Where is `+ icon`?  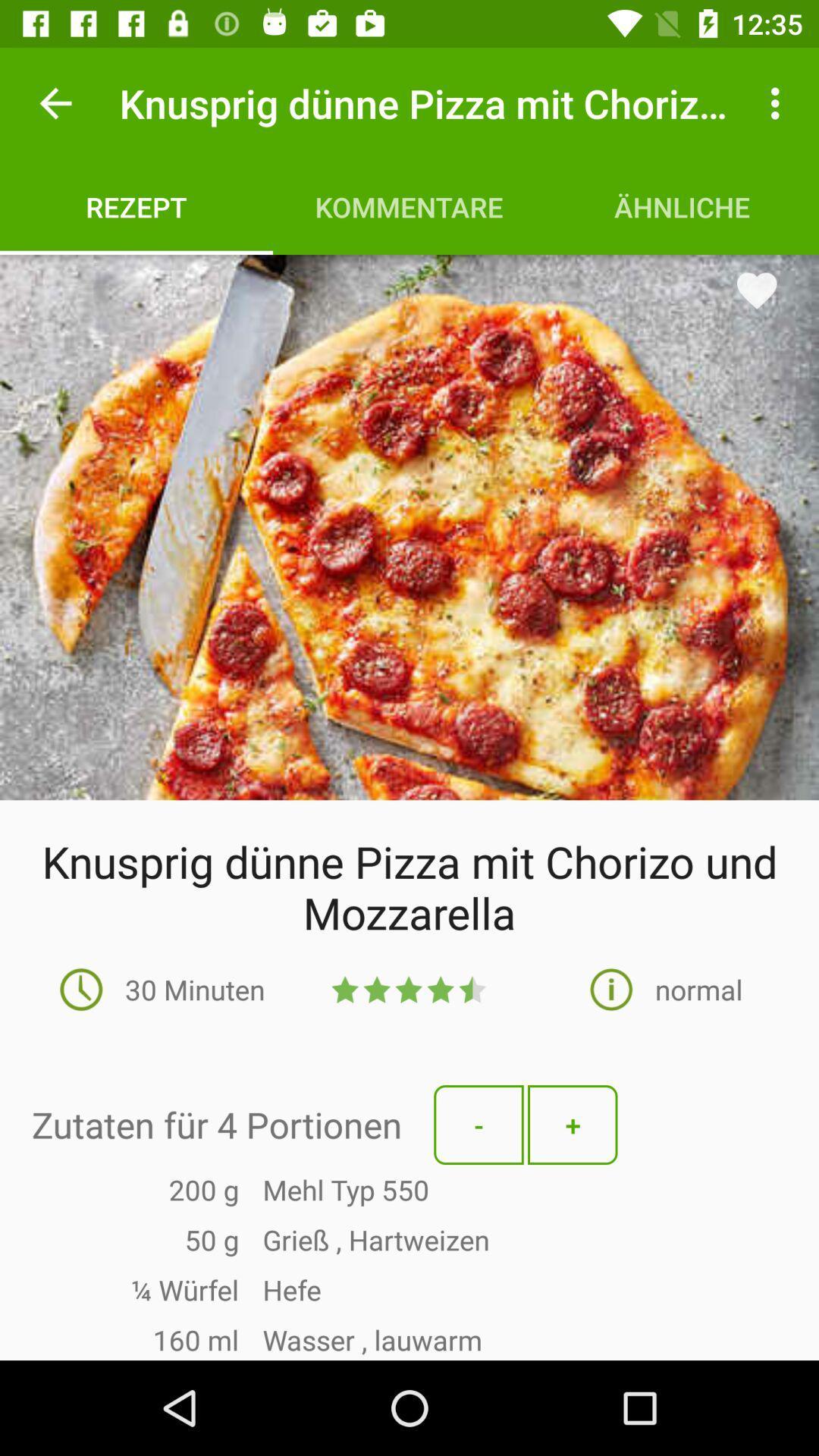 + icon is located at coordinates (573, 1125).